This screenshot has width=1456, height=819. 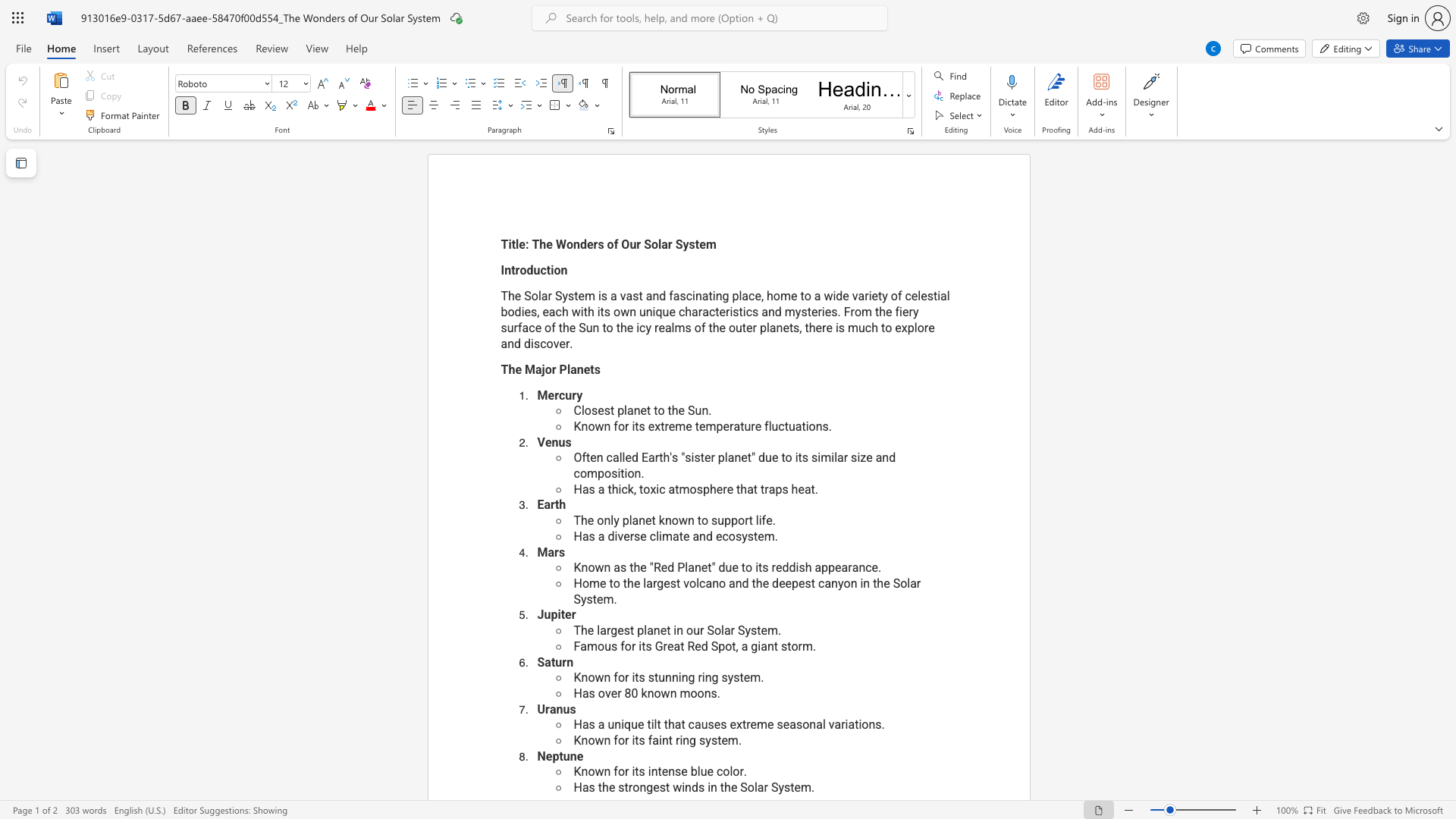 I want to click on the subset text "n moon" within the text "Has over 80 known moons.", so click(x=669, y=693).